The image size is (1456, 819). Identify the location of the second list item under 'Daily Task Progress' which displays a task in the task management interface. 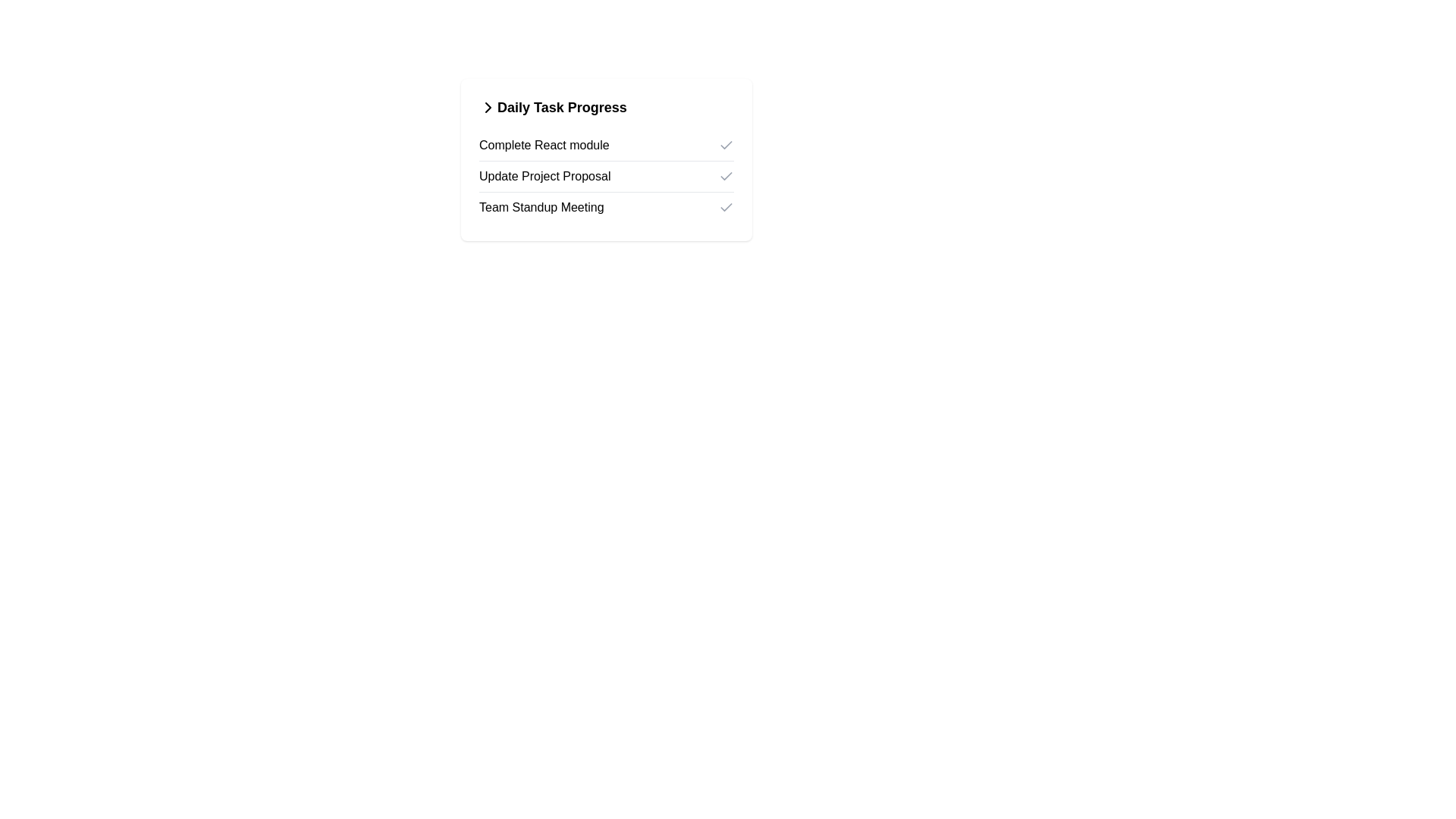
(607, 176).